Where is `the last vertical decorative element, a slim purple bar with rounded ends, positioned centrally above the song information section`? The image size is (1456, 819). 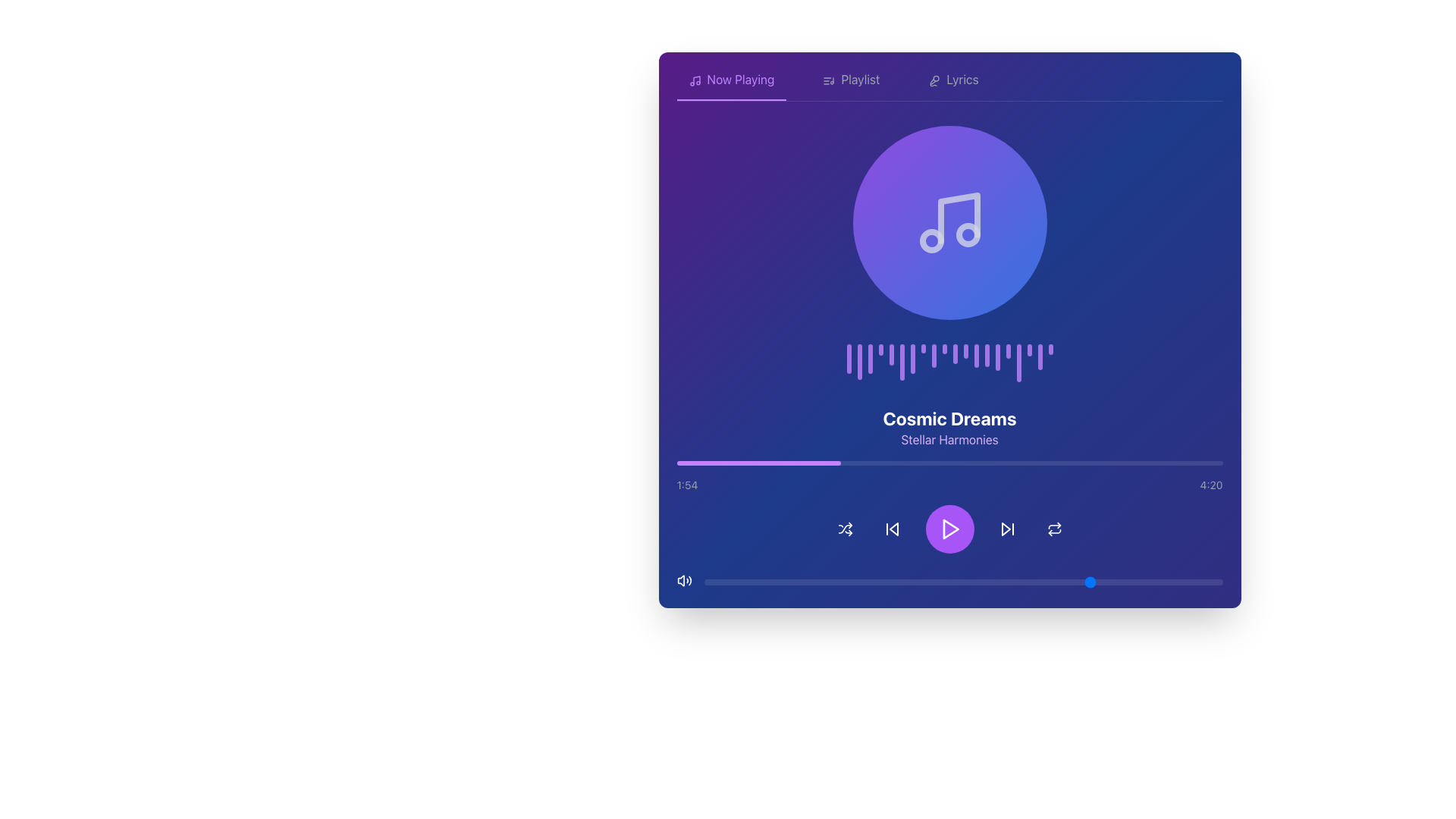
the last vertical decorative element, a slim purple bar with rounded ends, positioned centrally above the song information section is located at coordinates (1050, 350).